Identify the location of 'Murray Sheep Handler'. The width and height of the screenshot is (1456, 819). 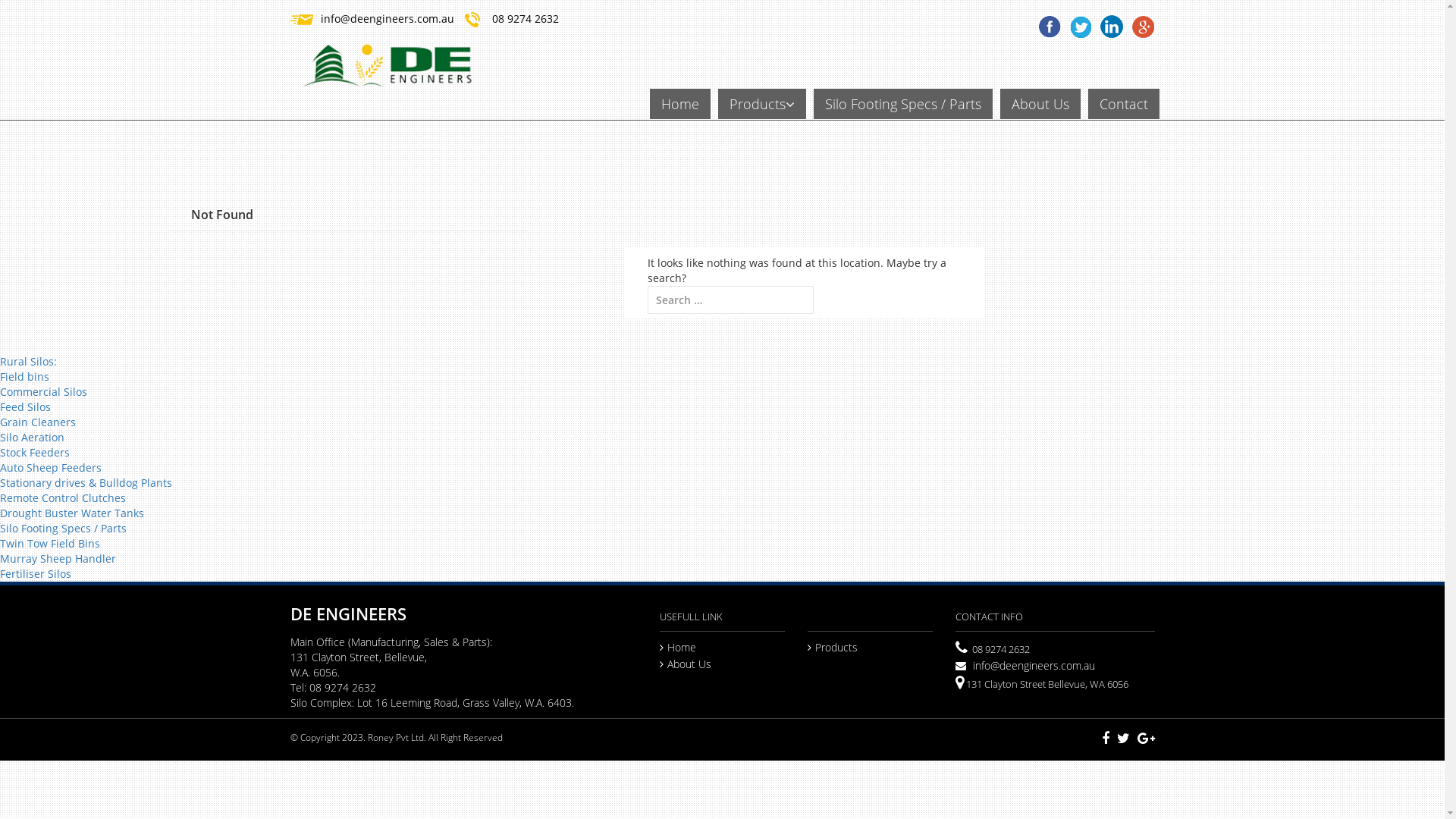
(0, 558).